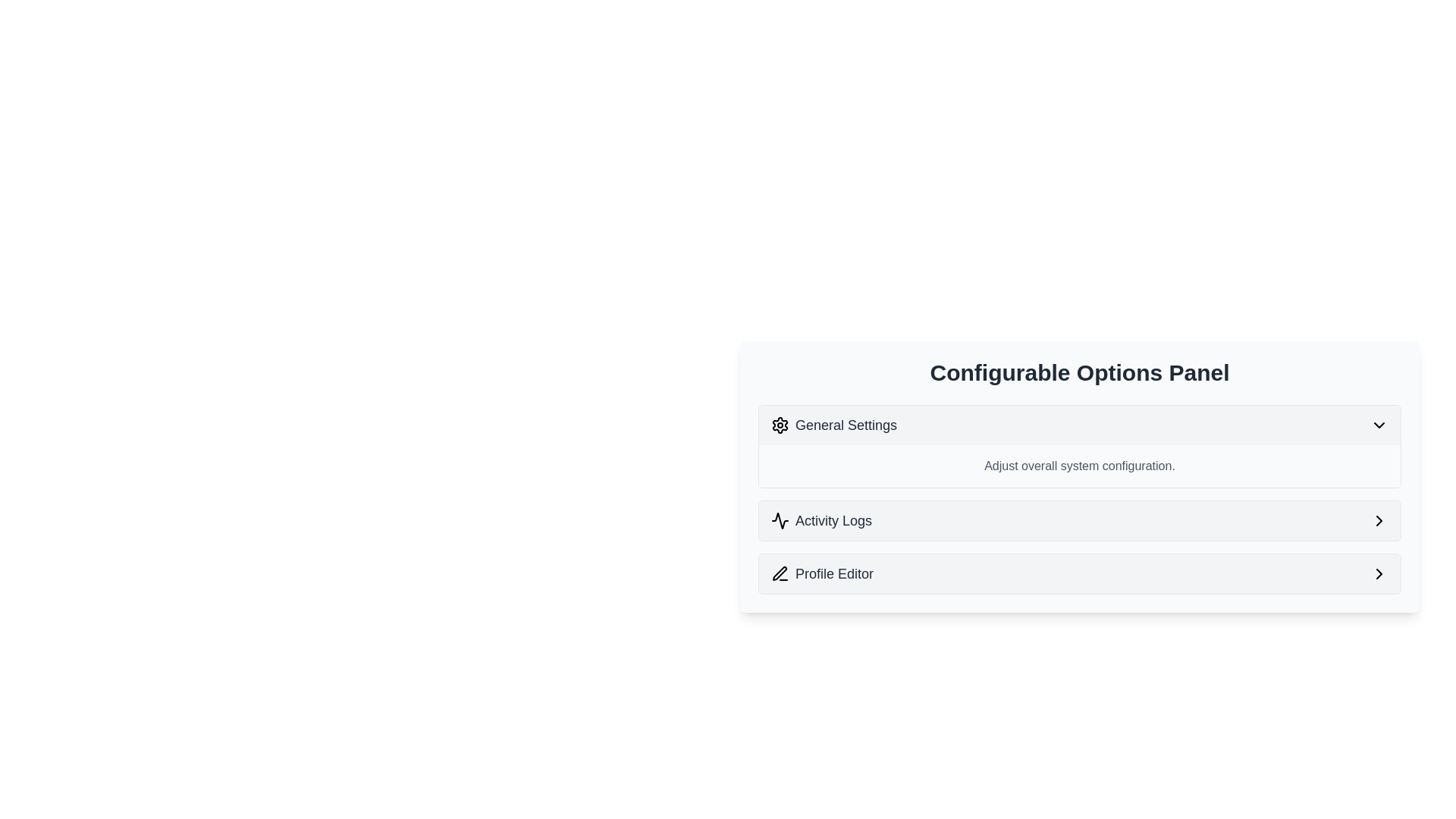  I want to click on the textual label that states 'Adjust overall system configuration.' which is located in the center of the section labeled 'General Settings', so click(1079, 465).